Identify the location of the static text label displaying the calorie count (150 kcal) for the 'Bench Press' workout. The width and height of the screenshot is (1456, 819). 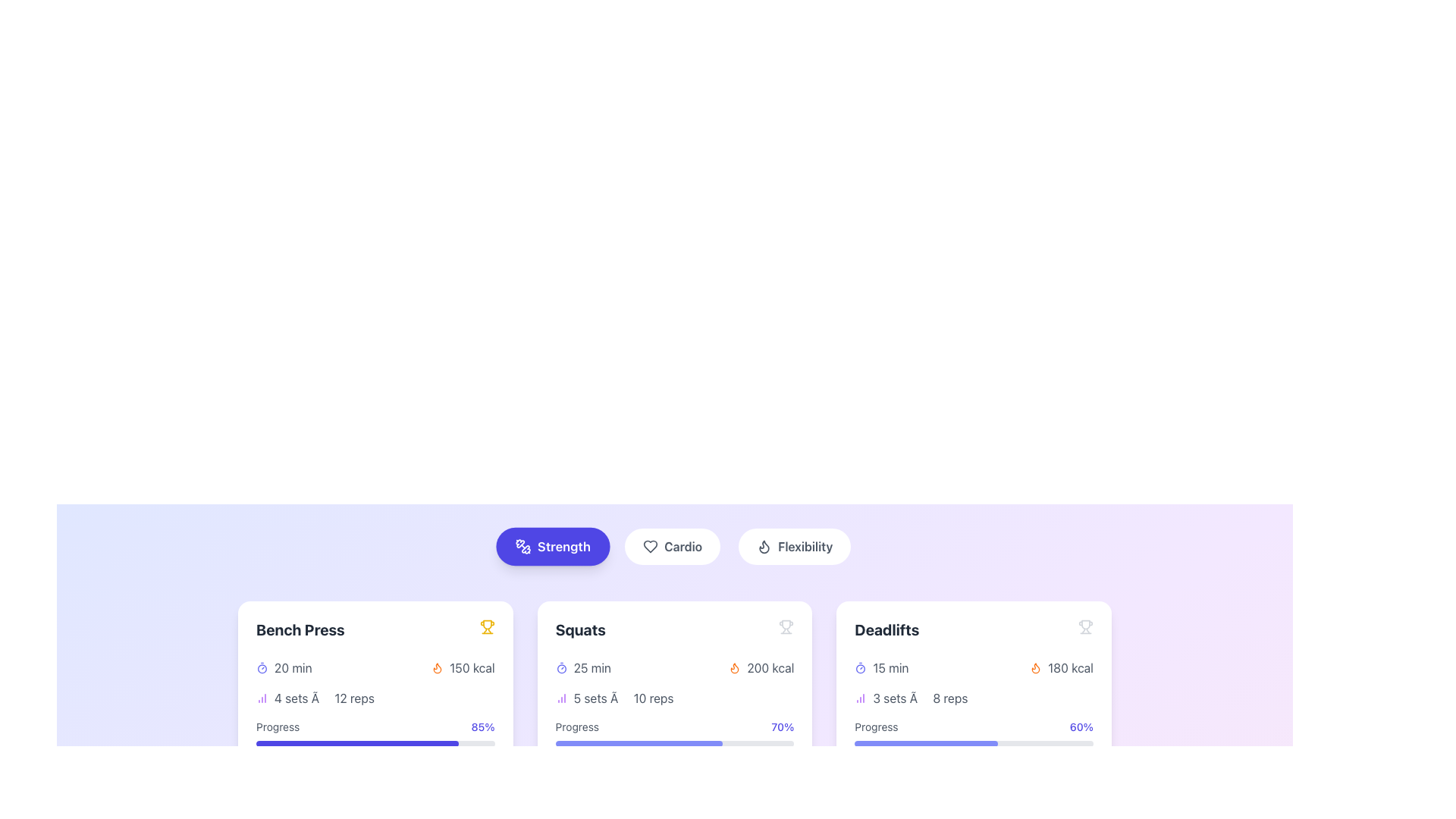
(471, 667).